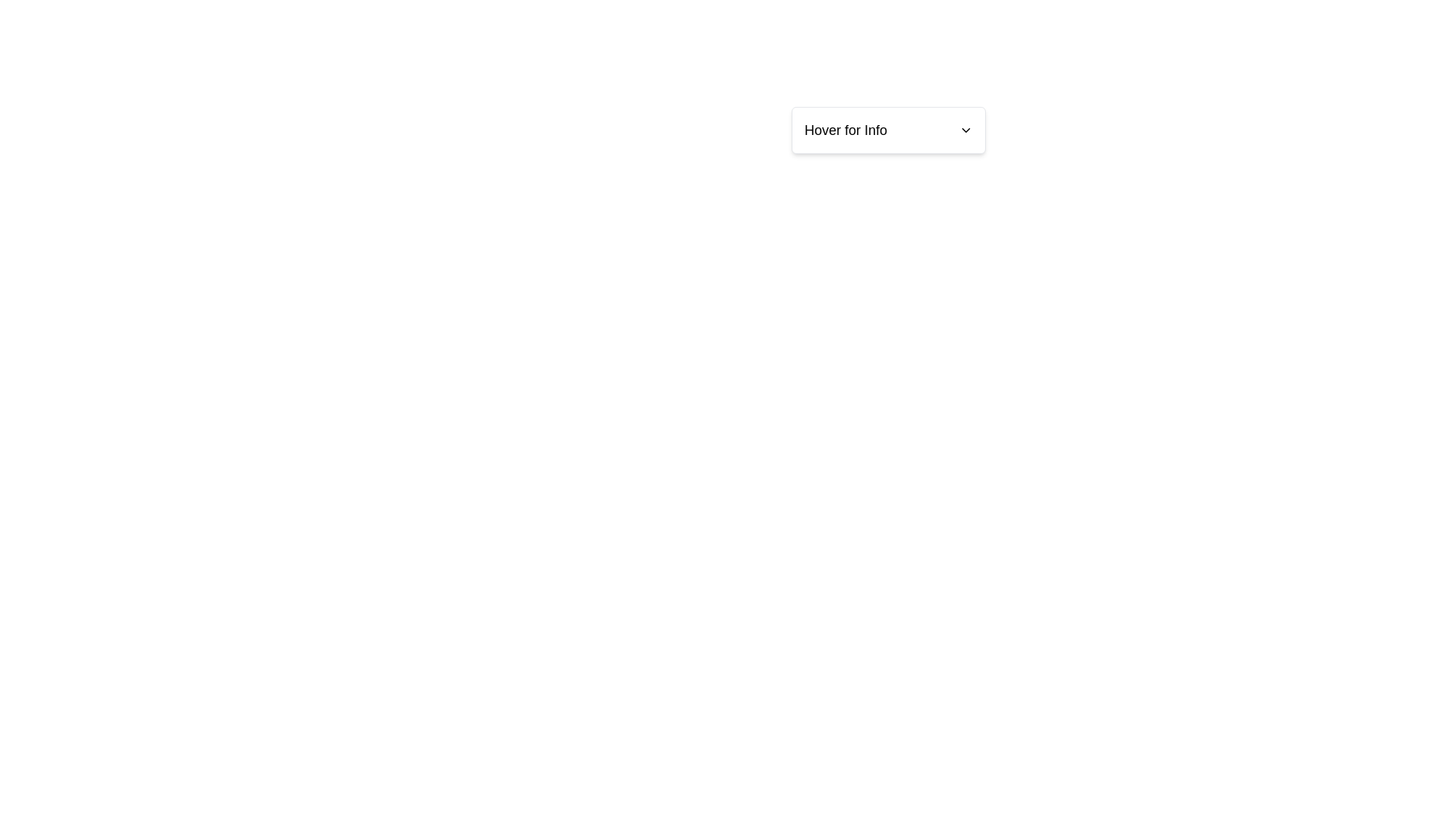  What do you see at coordinates (965, 130) in the screenshot?
I see `the downward-pointing chevron icon next to the text 'Hover for Info'` at bounding box center [965, 130].